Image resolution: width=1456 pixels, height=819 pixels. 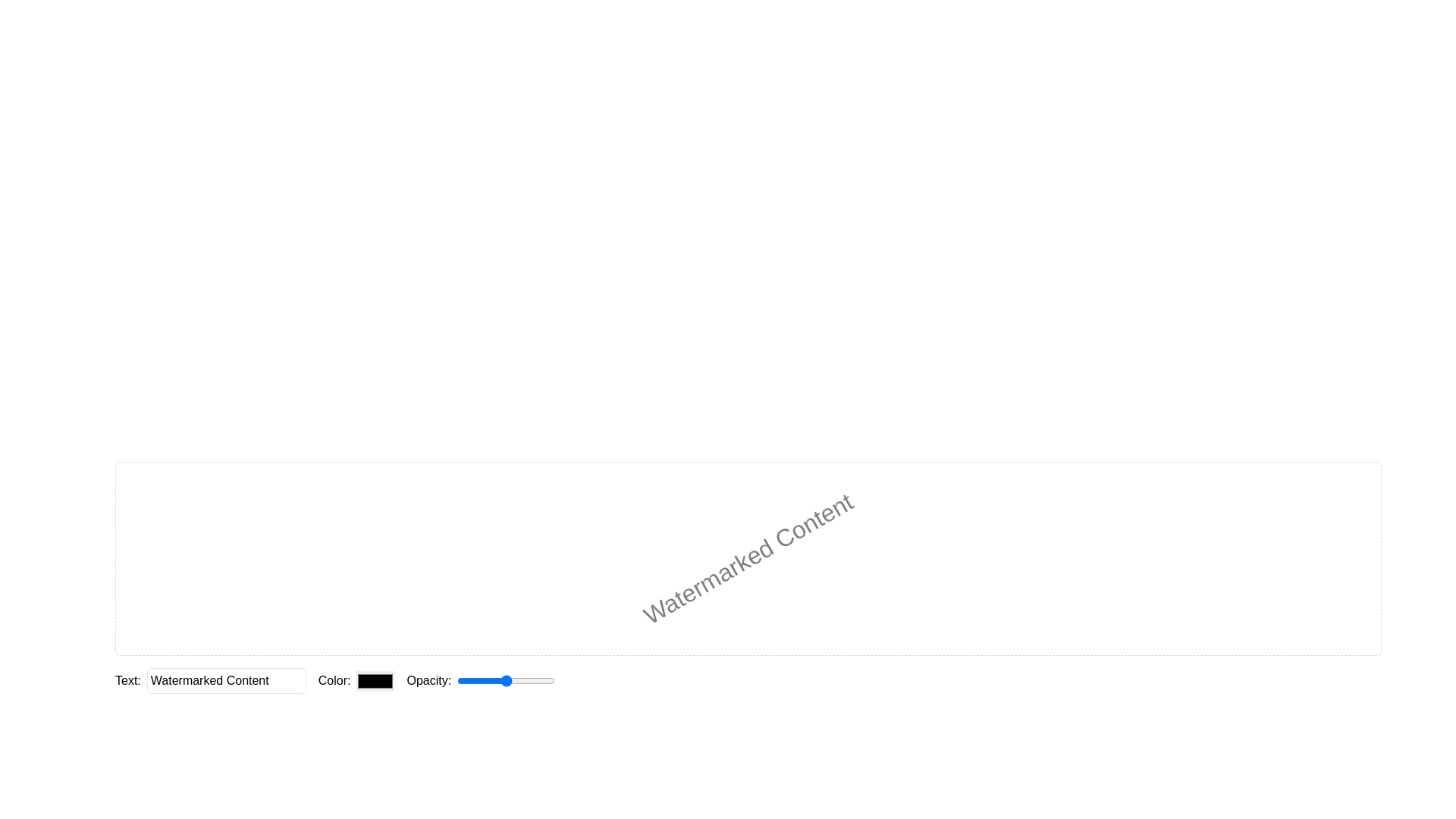 I want to click on the opacity value, so click(x=526, y=680).